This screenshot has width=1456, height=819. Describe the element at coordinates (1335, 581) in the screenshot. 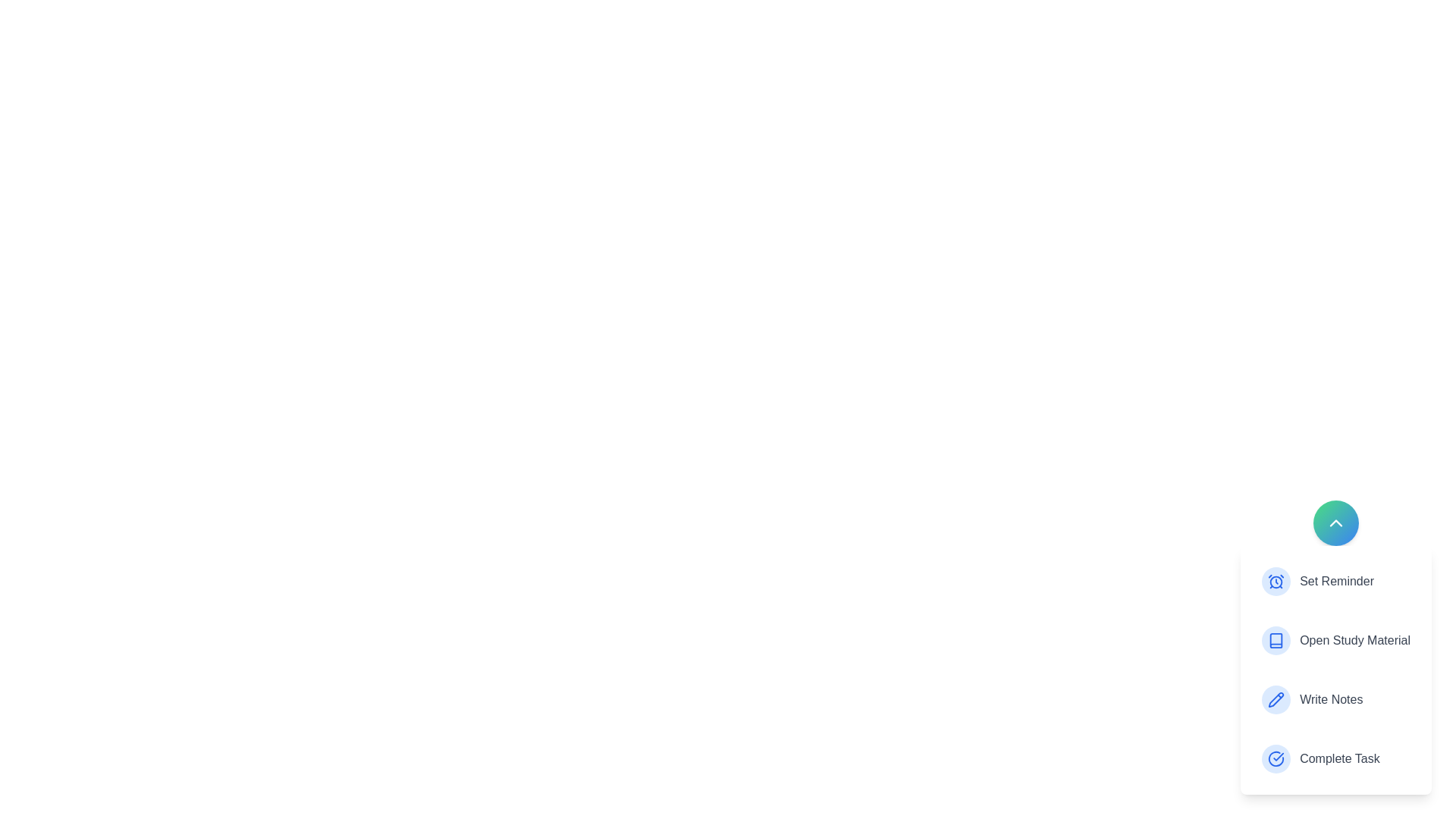

I see `the action Set Reminder from the menu` at that location.